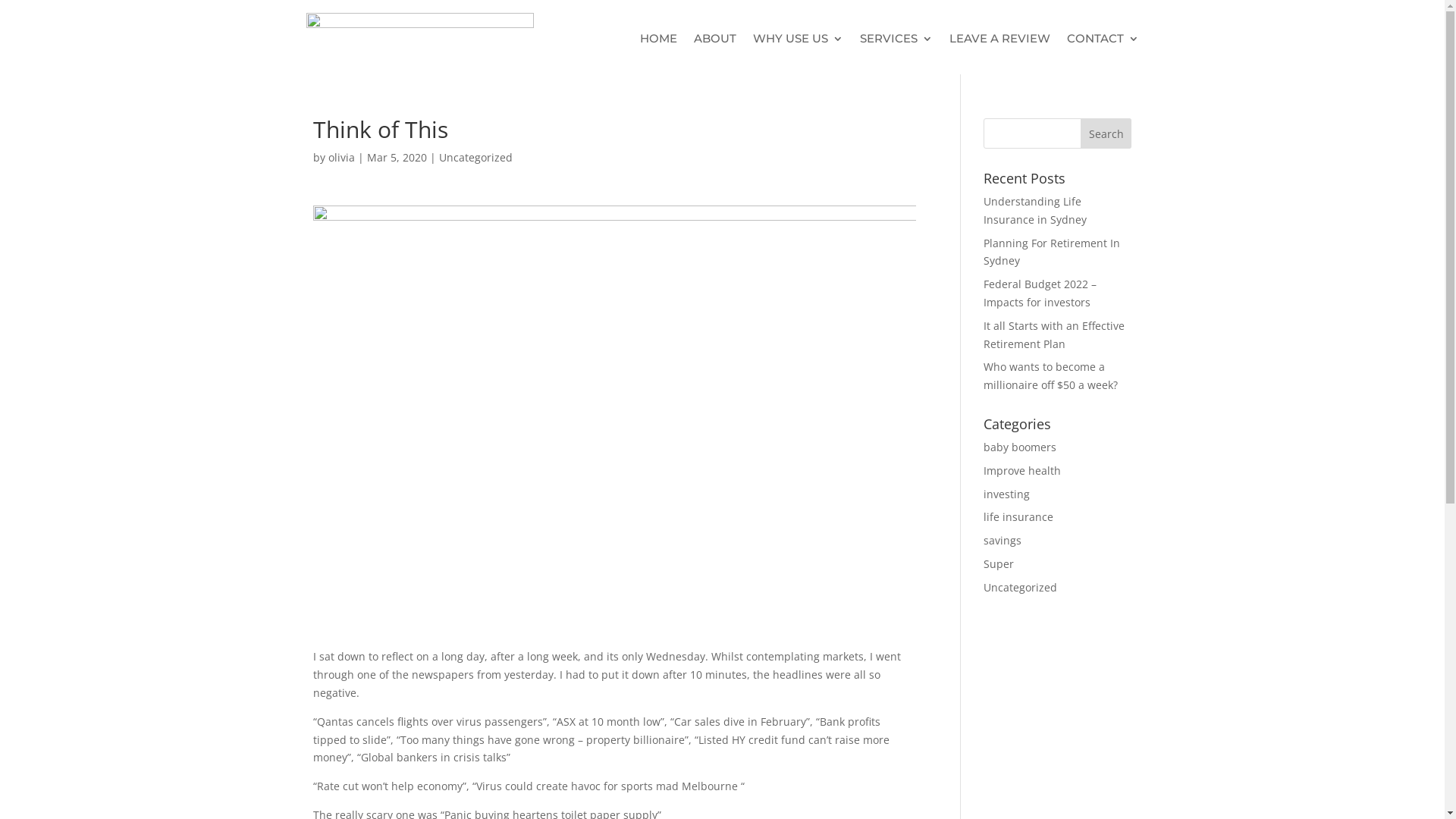 This screenshot has width=1456, height=819. Describe the element at coordinates (658, 37) in the screenshot. I see `'HOME'` at that location.